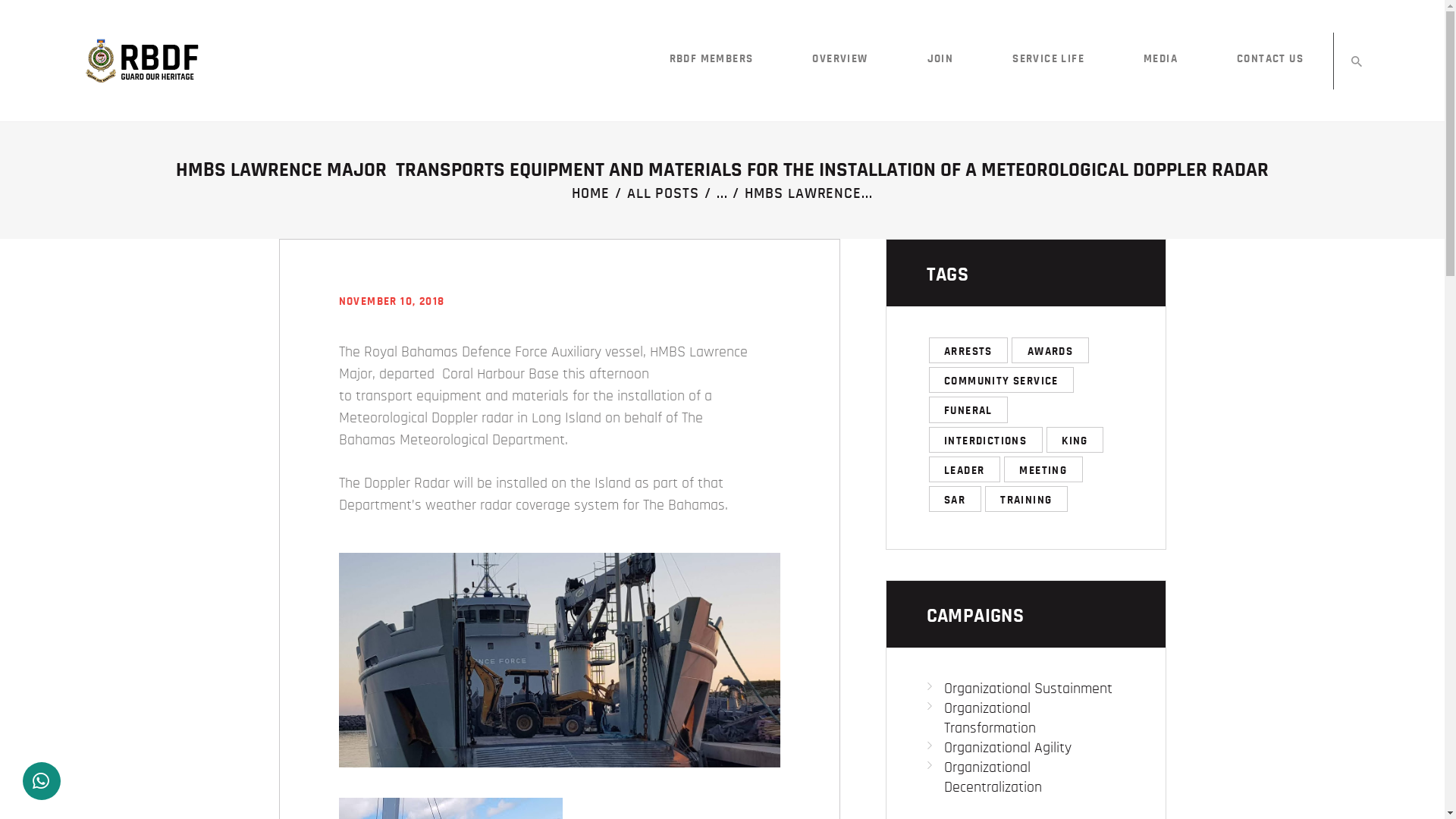  Describe the element at coordinates (963, 468) in the screenshot. I see `'LEADER'` at that location.